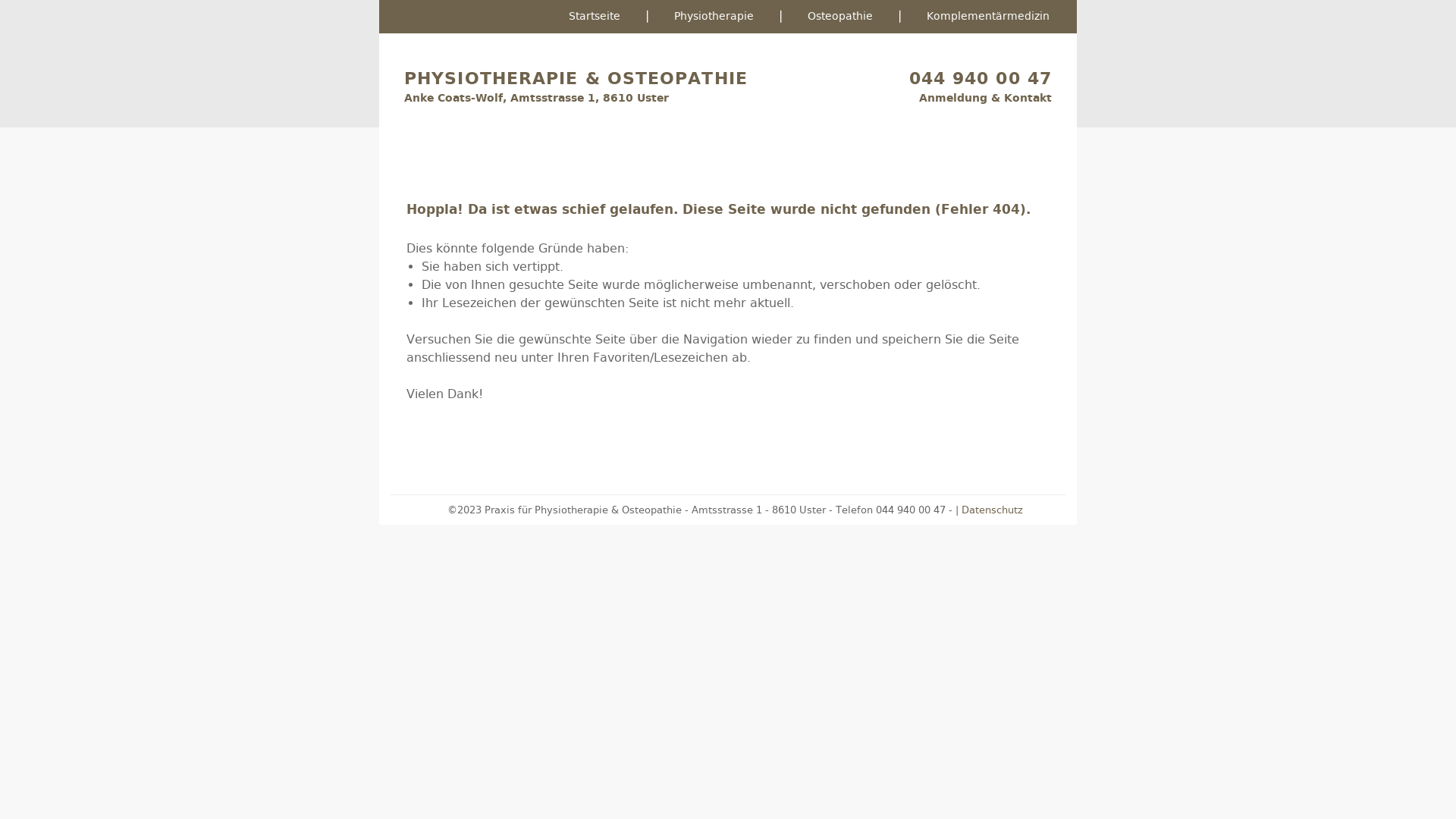 The height and width of the screenshot is (819, 1456). Describe the element at coordinates (575, 79) in the screenshot. I see `'PHYSIOTHERAPIE & OSTEOPATHIE'` at that location.